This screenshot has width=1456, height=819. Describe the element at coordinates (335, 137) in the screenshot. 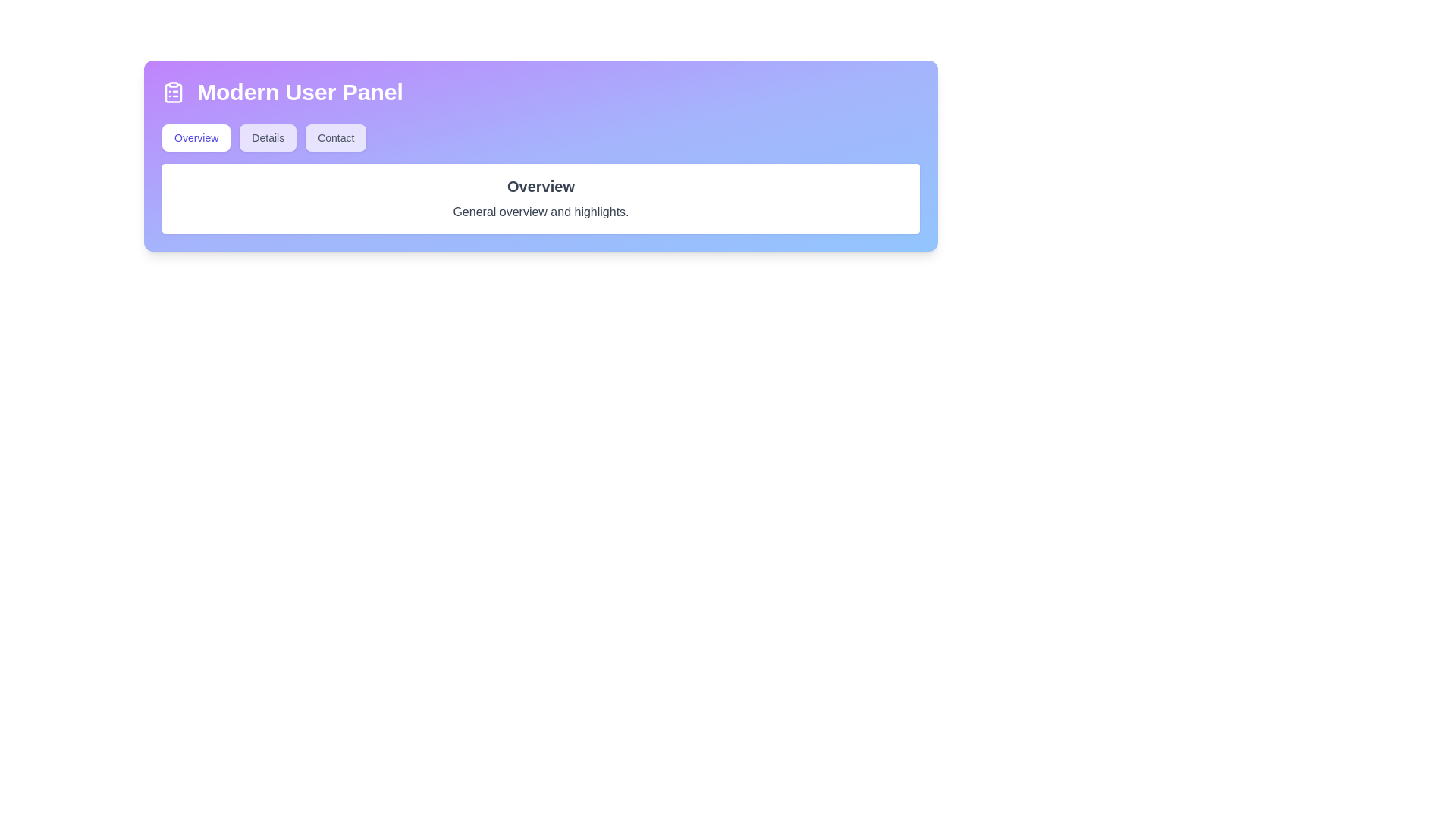

I see `the 'Contact' button, which is a rectangular button with rounded edges and slightly darker text, positioned as the third button in a horizontal row at the top left of the interface` at that location.